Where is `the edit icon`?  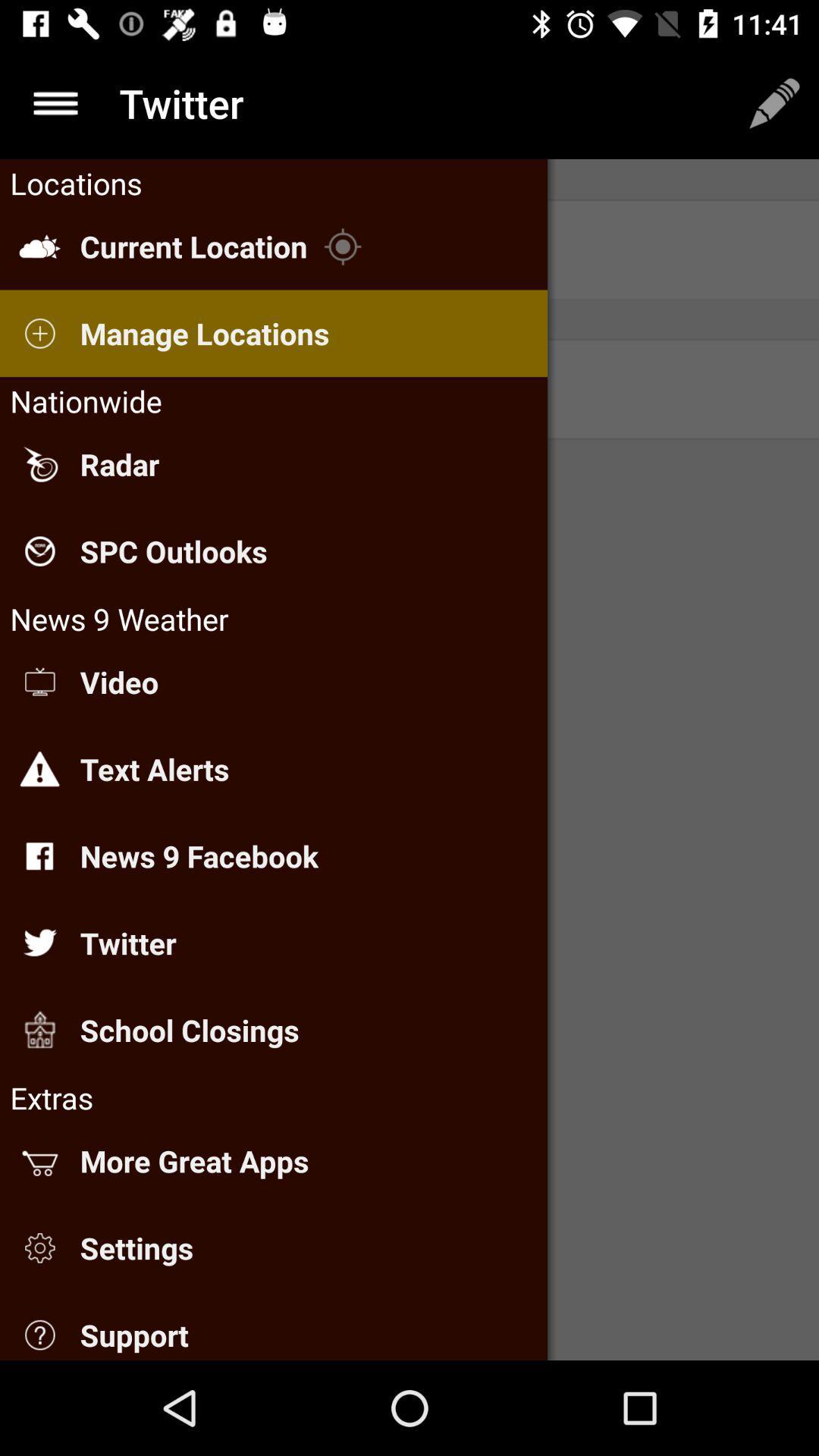 the edit icon is located at coordinates (774, 102).